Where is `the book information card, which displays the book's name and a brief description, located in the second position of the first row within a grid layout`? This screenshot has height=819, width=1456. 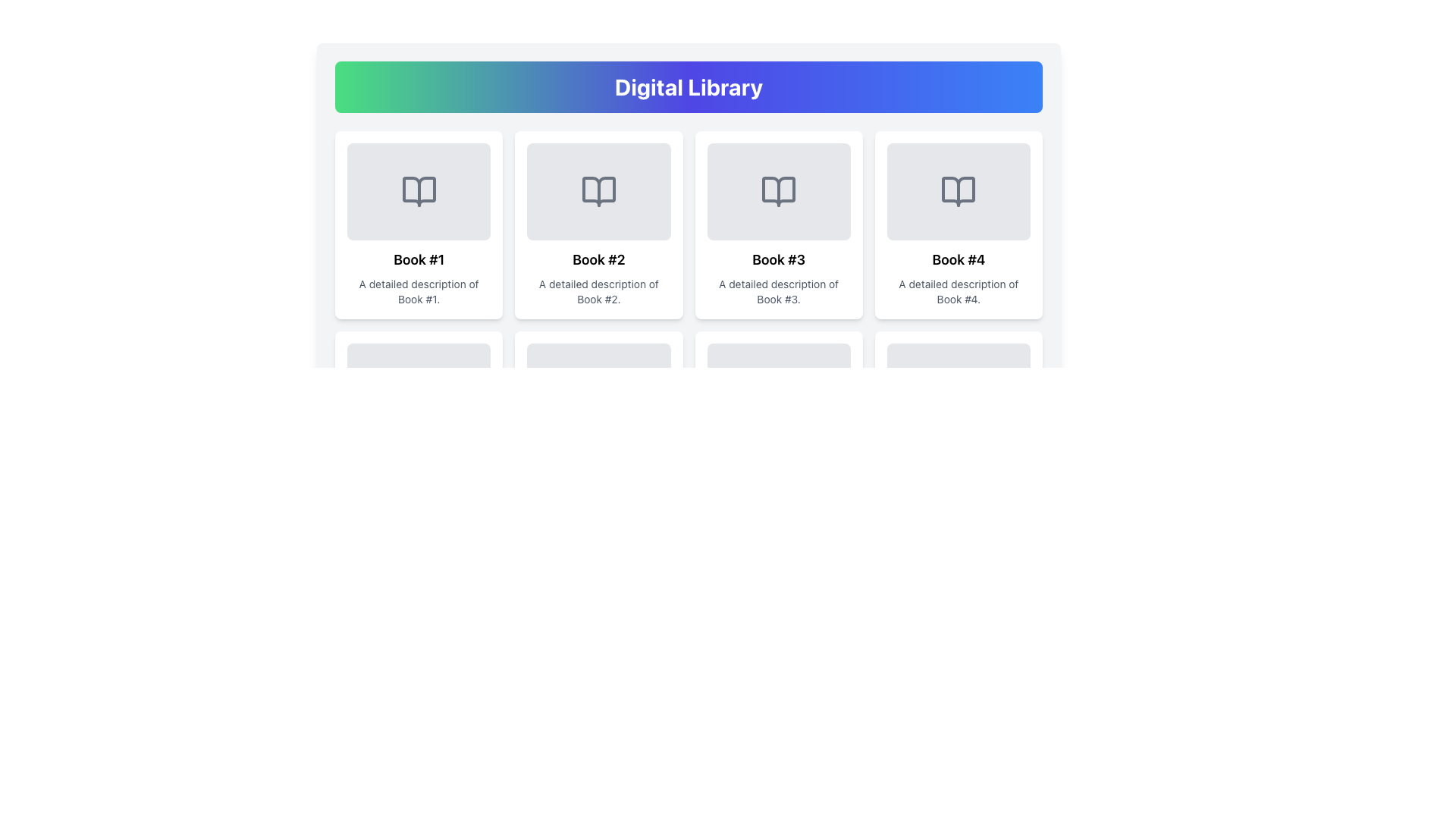
the book information card, which displays the book's name and a brief description, located in the second position of the first row within a grid layout is located at coordinates (598, 225).